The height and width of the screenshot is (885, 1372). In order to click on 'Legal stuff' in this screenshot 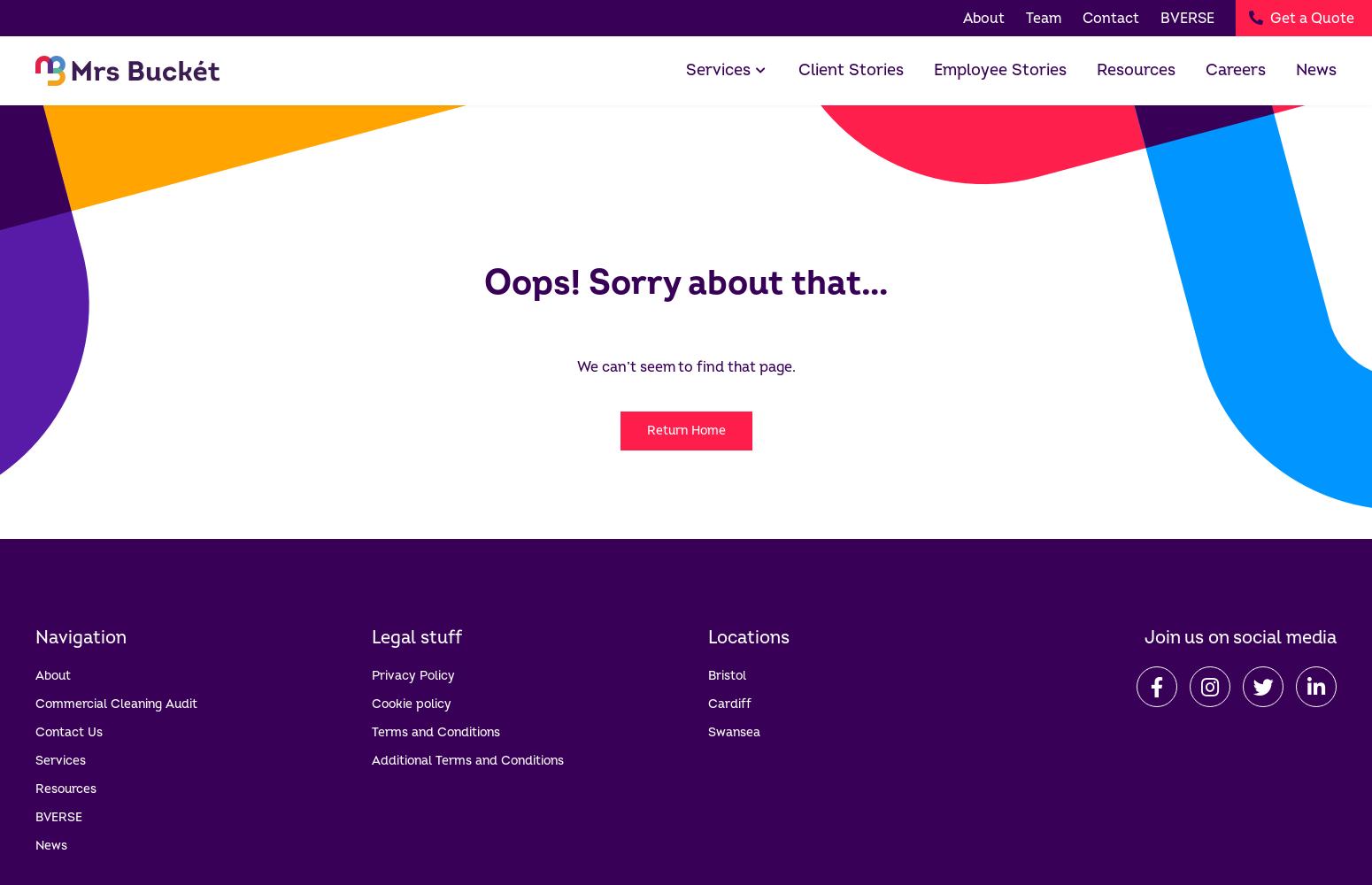, I will do `click(416, 636)`.